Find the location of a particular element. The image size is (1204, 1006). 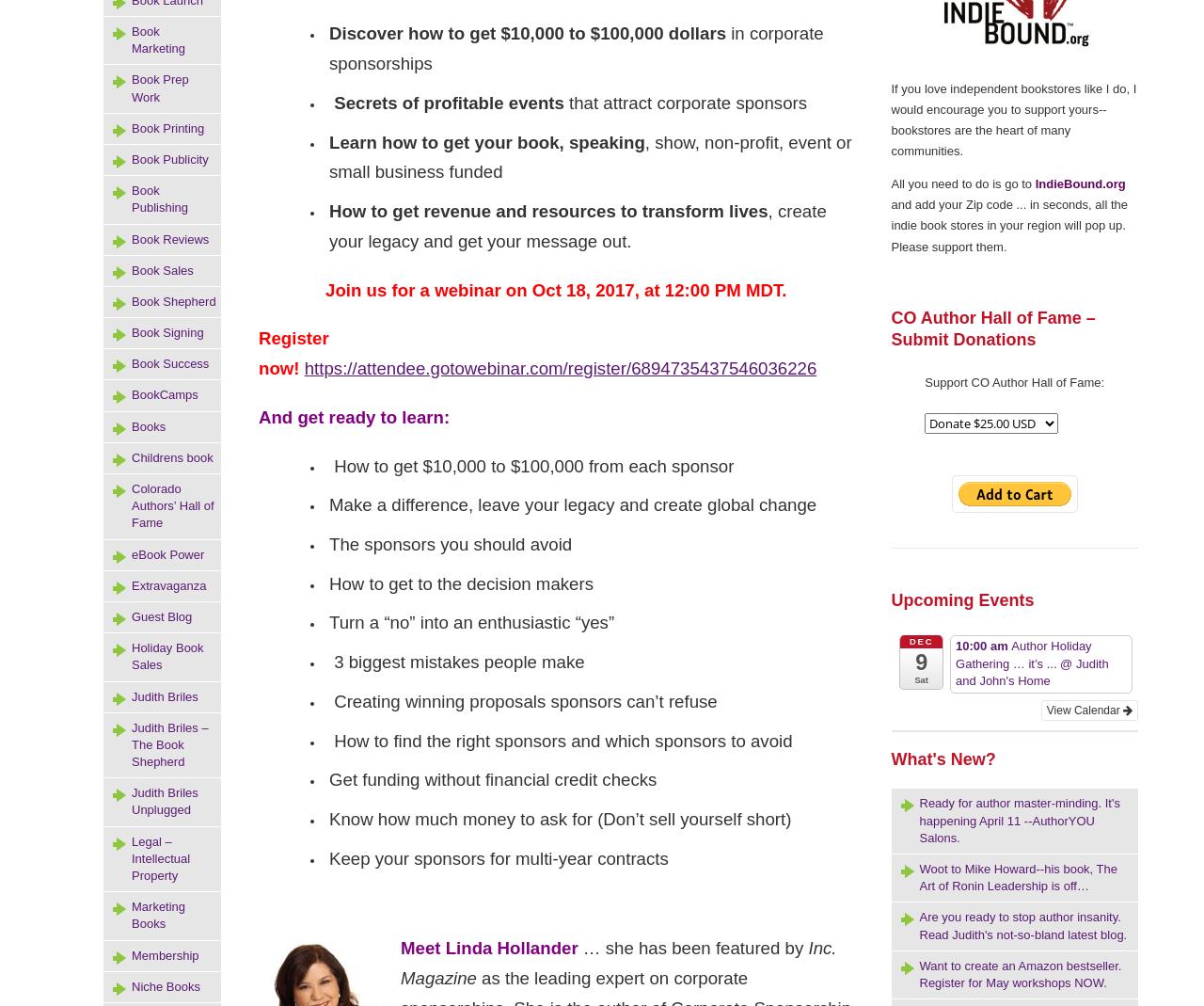

'All you need to do is go to' is located at coordinates (962, 184).